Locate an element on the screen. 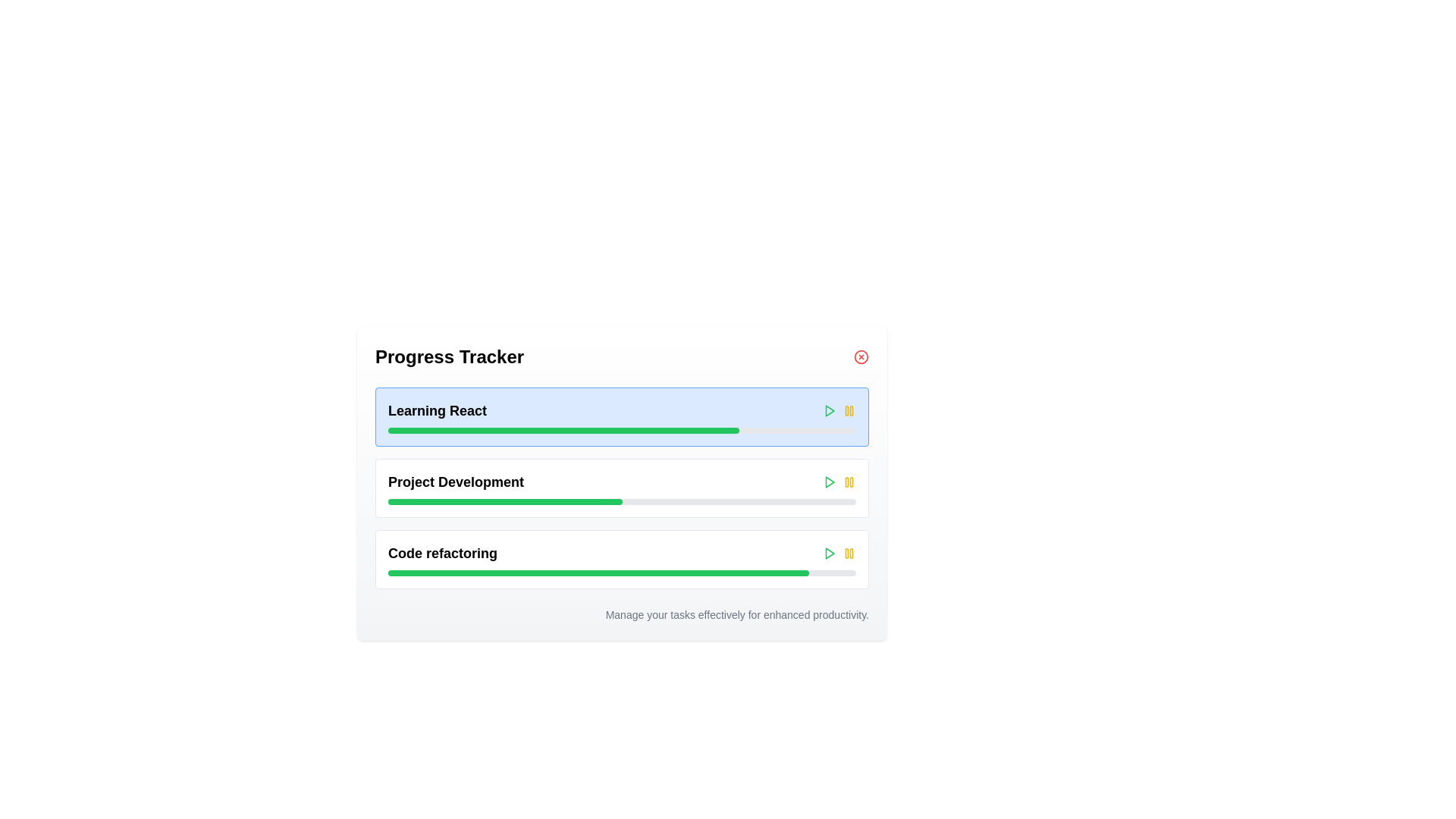 This screenshot has height=819, width=1456. the green play button located in the Button group of the 'Project Development' section of the 'Progress Tracker' is located at coordinates (839, 482).